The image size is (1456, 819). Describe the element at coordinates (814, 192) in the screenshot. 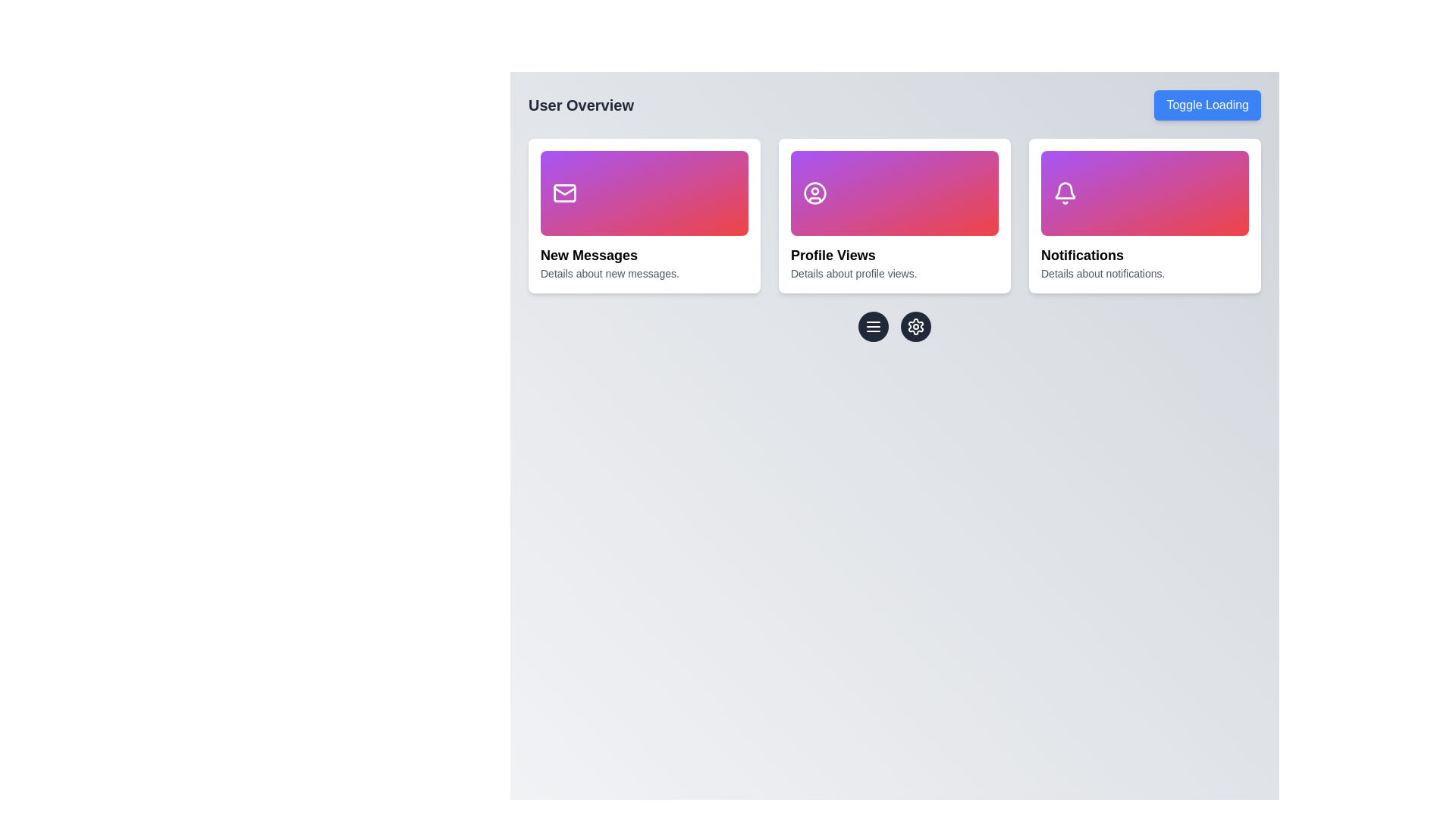

I see `the innermost circular shape of the user profile icon graphic located in the 'Profile Views' card, which is the second card from the left` at that location.